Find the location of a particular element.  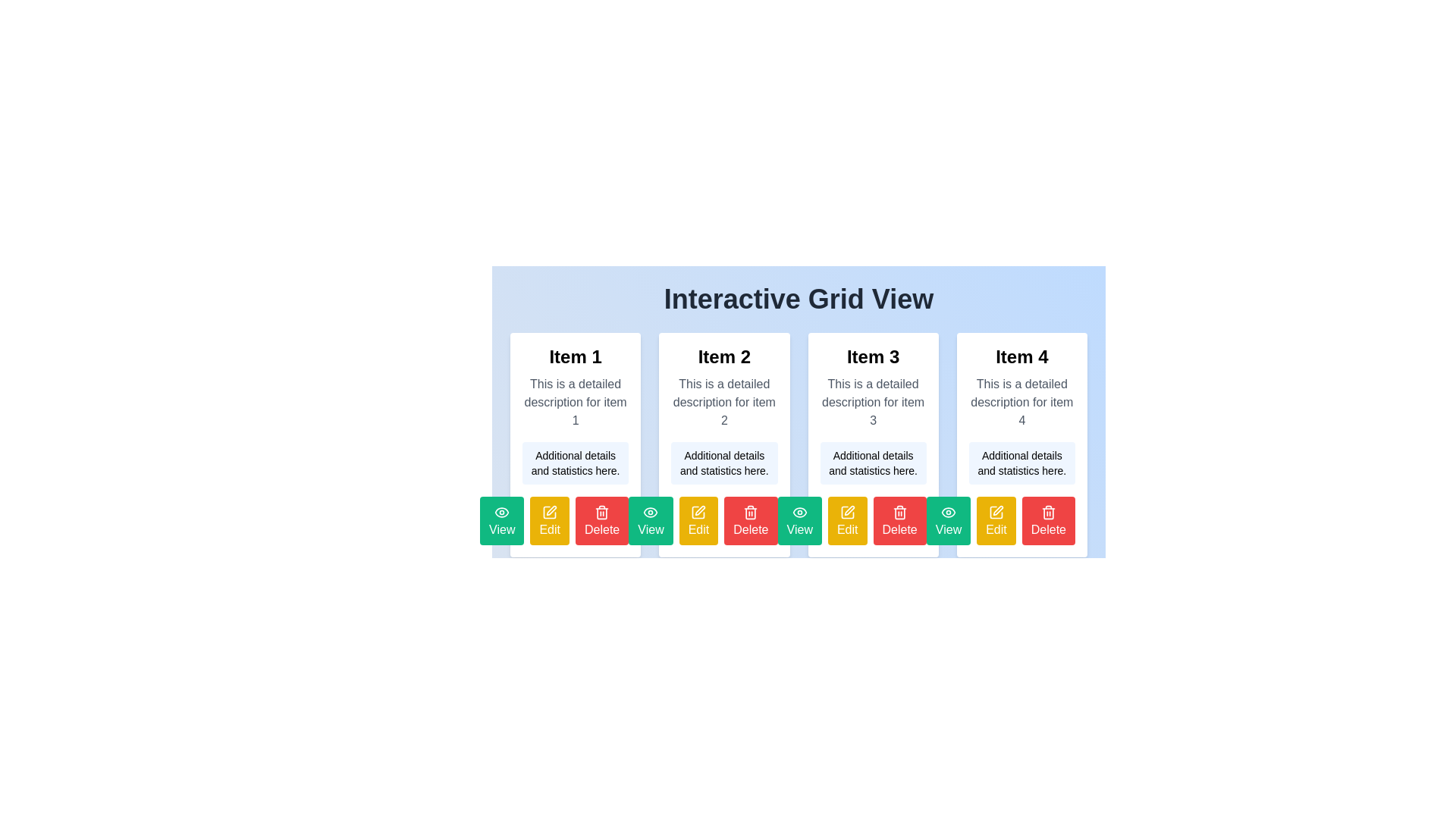

the delete button located at the bottom-right of the card labeled 'Item 2' is located at coordinates (723, 519).